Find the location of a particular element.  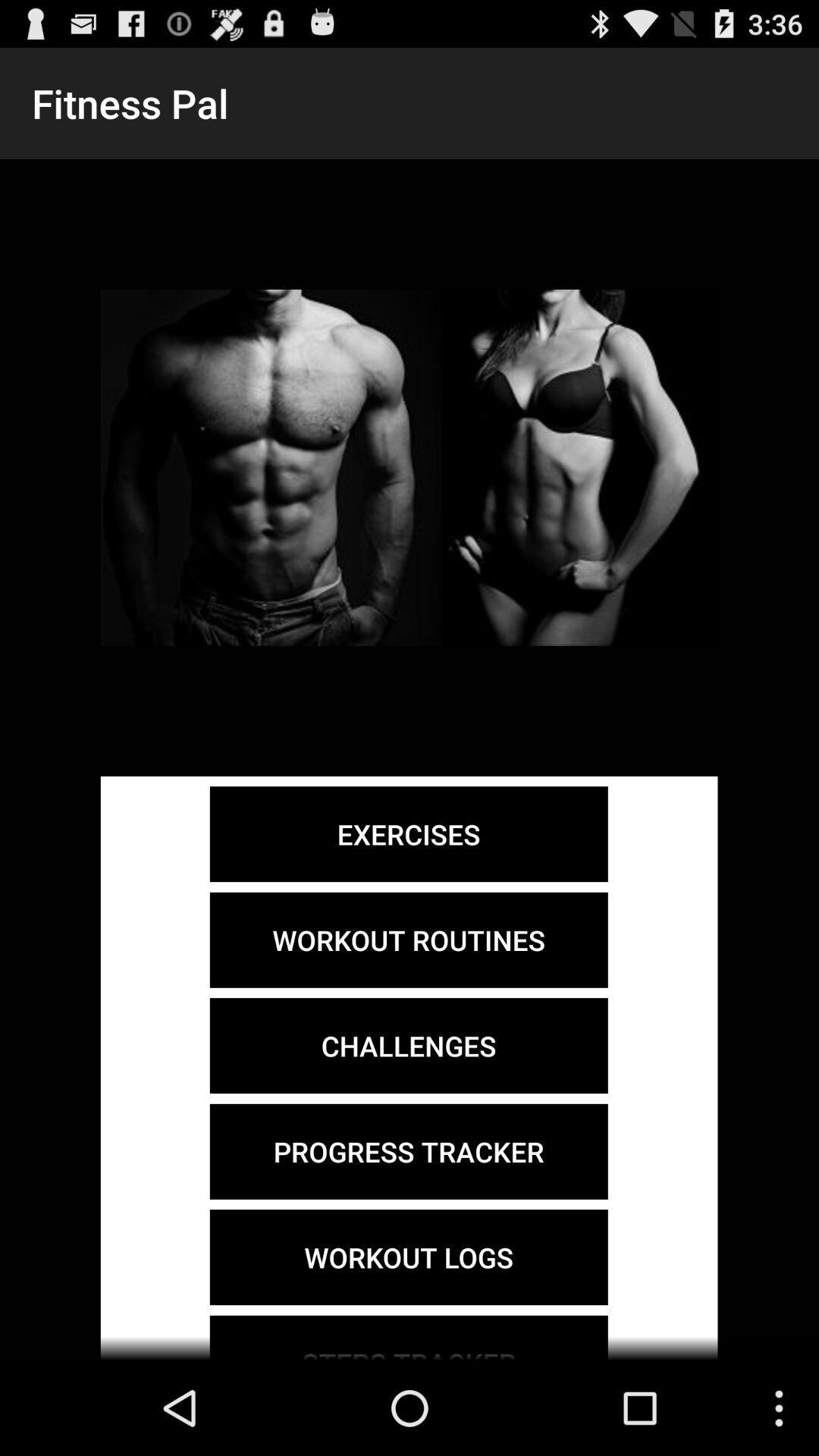

the icon above steps tracker is located at coordinates (408, 1257).